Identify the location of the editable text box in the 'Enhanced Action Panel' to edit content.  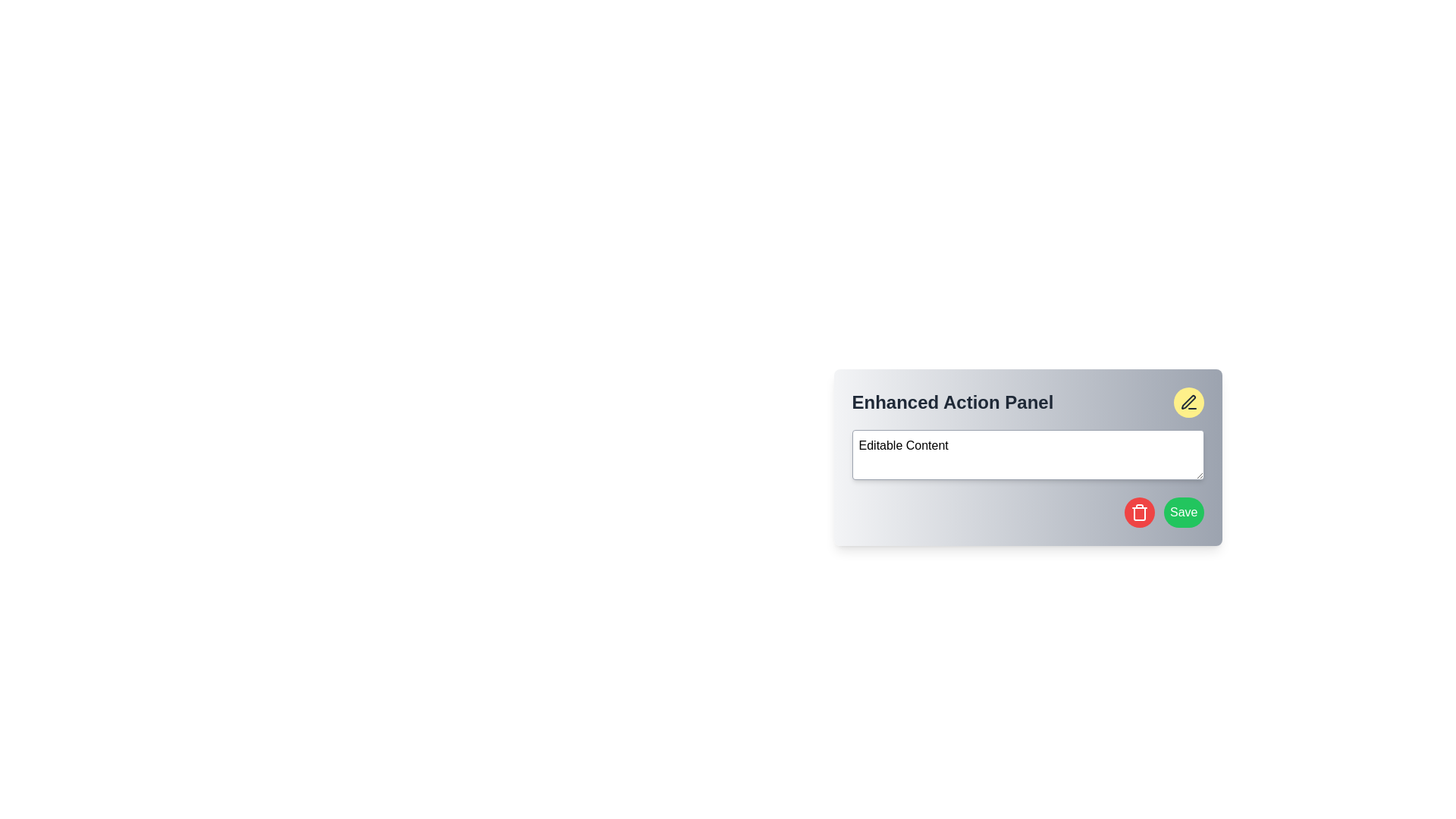
(1028, 457).